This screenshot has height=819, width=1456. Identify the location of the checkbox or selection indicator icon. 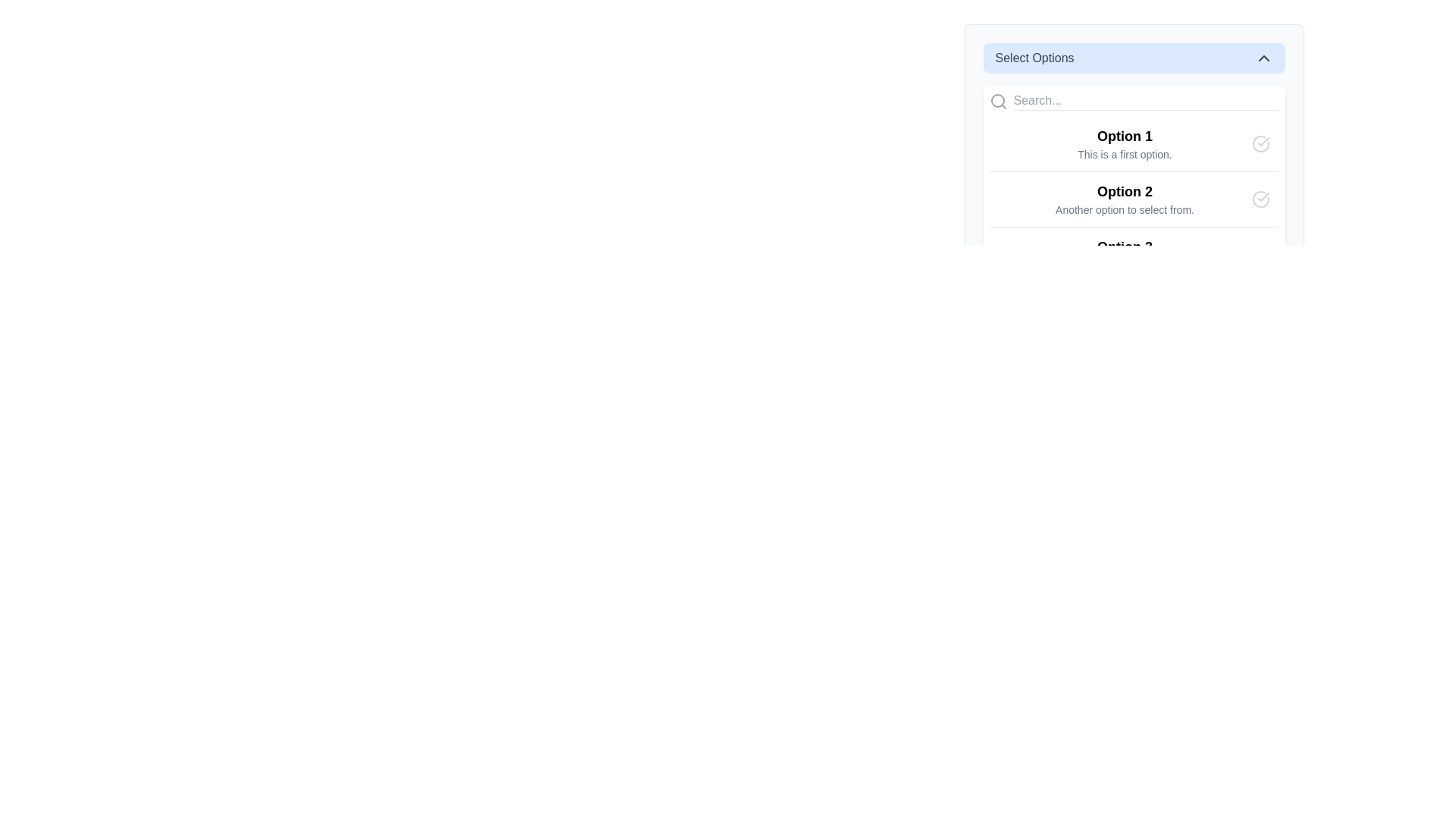
(1260, 198).